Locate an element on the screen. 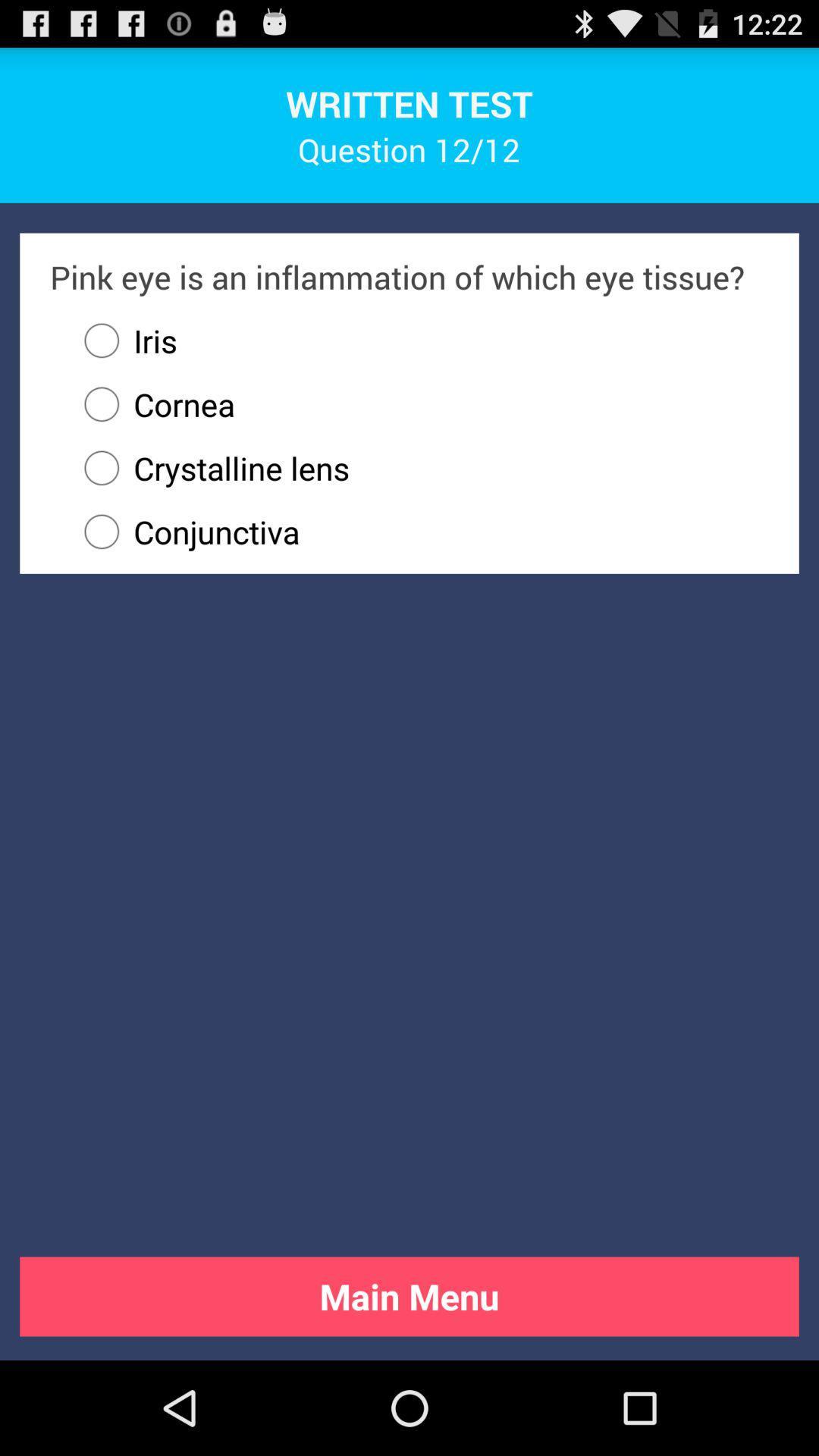 Image resolution: width=819 pixels, height=1456 pixels. conjunctiva icon is located at coordinates (419, 532).